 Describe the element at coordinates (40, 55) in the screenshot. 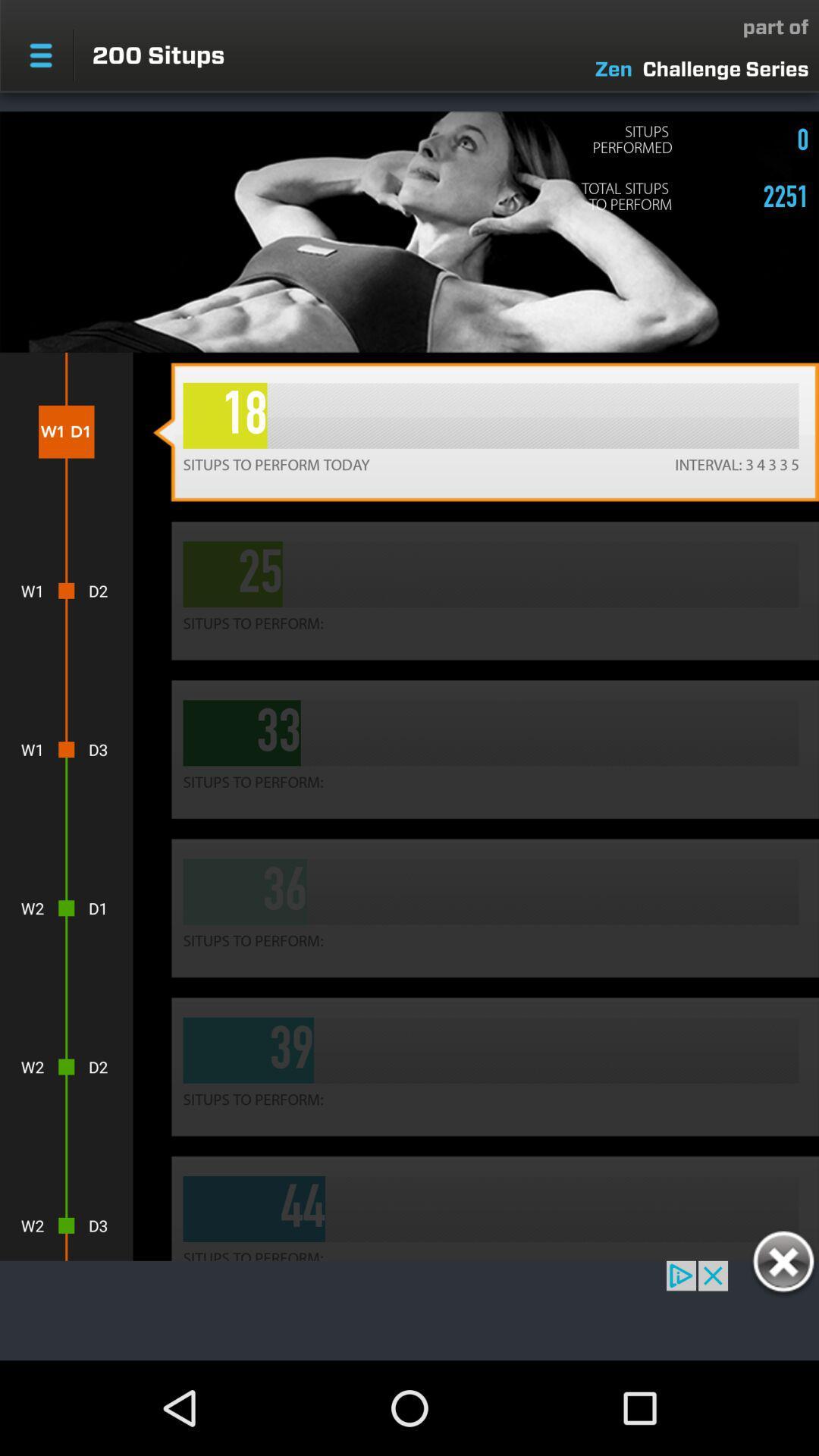

I see `menu` at that location.